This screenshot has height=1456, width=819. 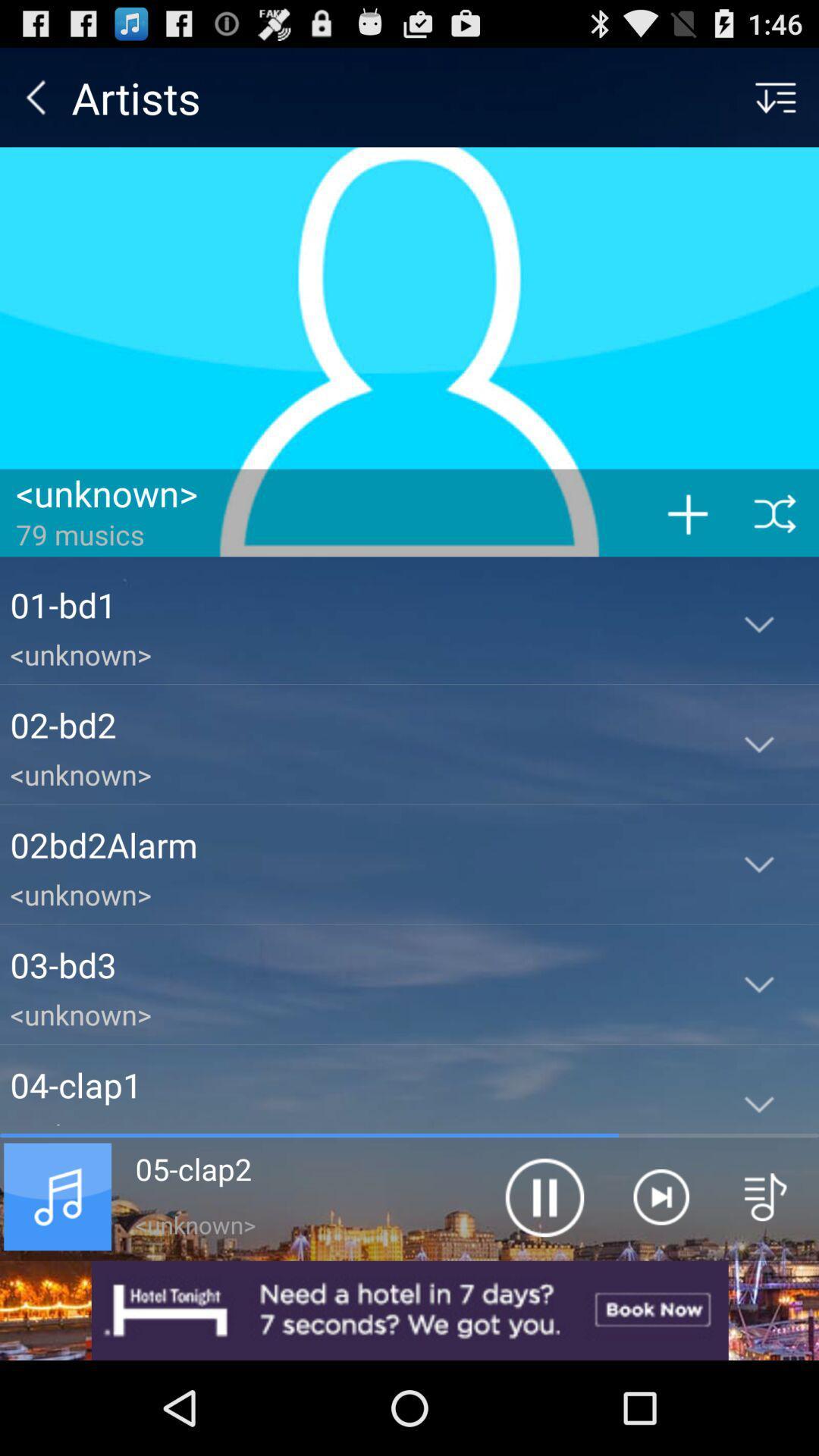 What do you see at coordinates (775, 103) in the screenshot?
I see `the filter_list icon` at bounding box center [775, 103].